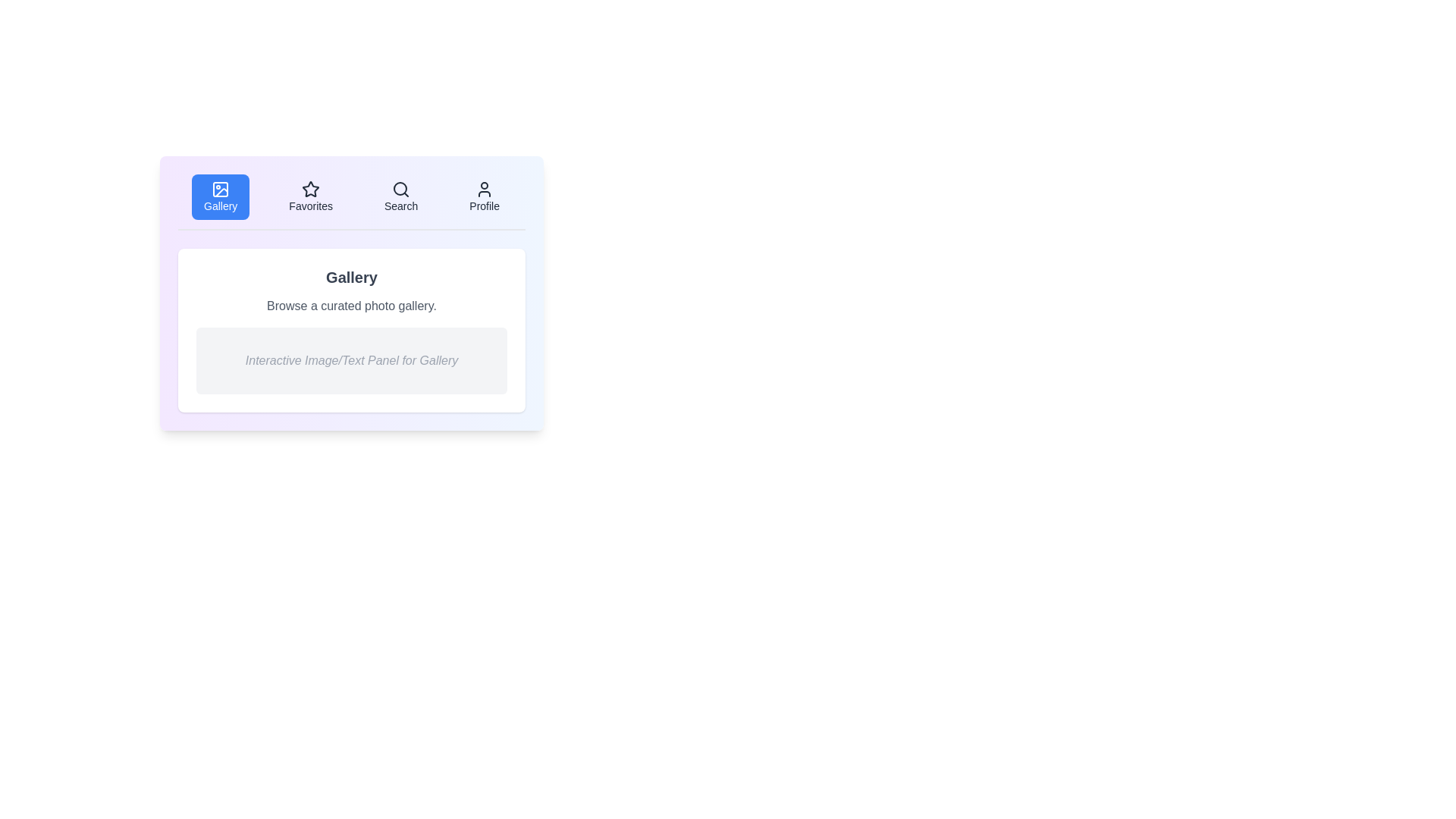  I want to click on the tab icon for Gallery, so click(220, 189).